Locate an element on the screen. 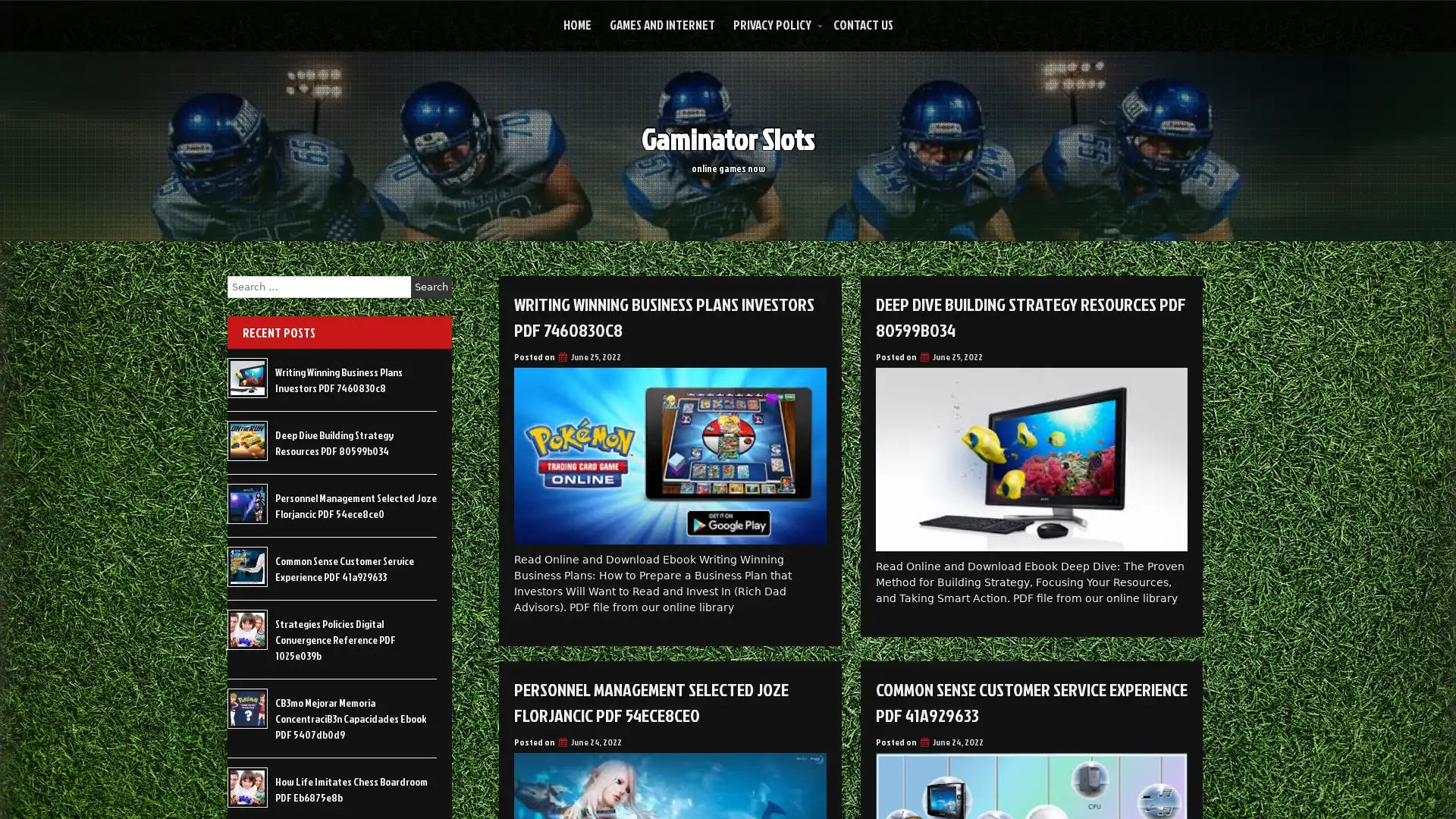 The width and height of the screenshot is (1456, 819). Search is located at coordinates (431, 287).